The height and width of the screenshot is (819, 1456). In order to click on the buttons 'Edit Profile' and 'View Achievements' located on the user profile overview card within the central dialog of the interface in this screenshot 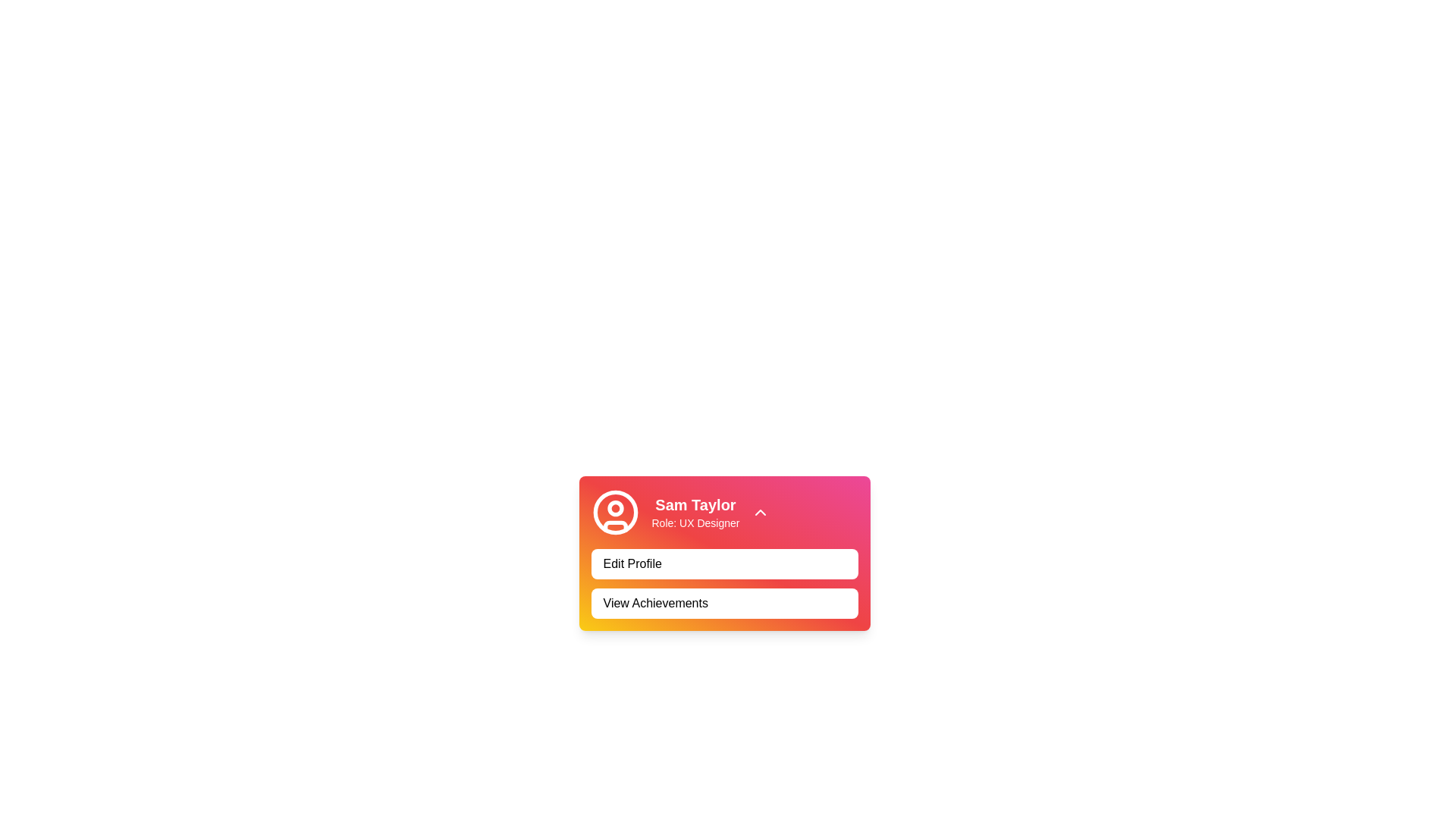, I will do `click(723, 553)`.